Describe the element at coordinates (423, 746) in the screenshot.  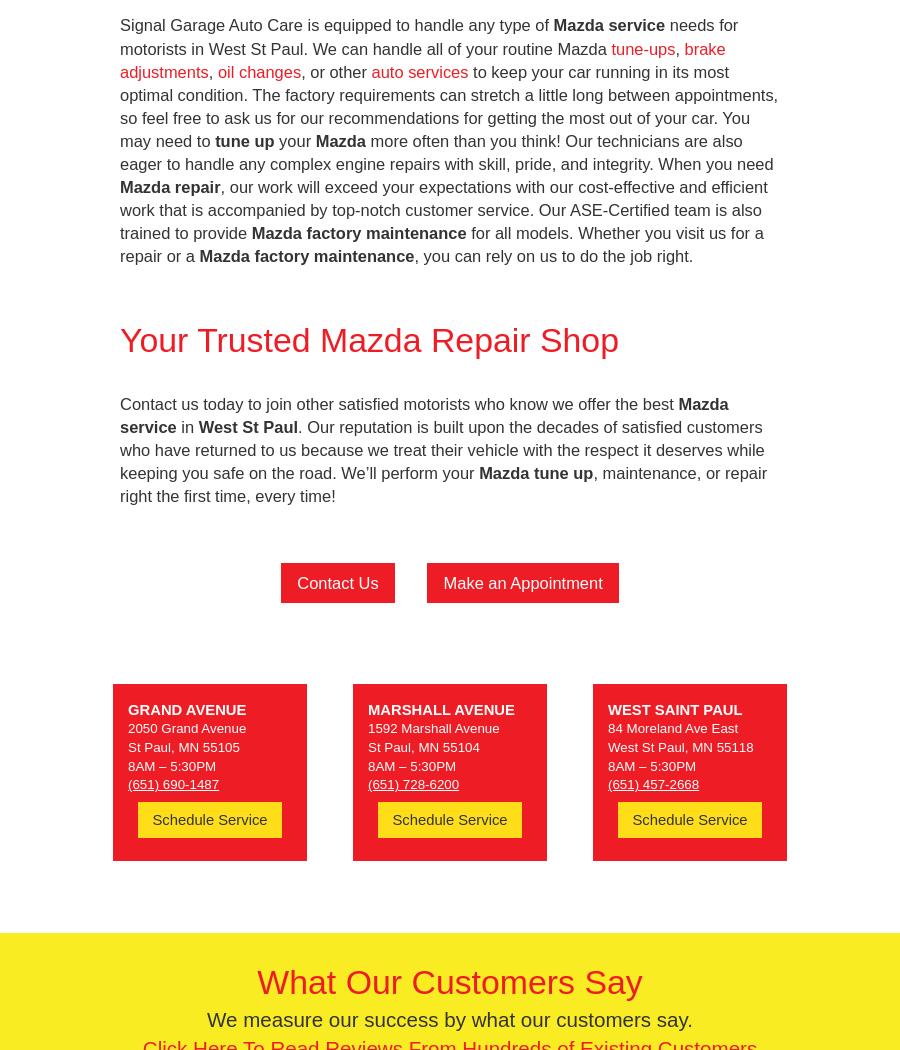
I see `'St Paul, MN 55104'` at that location.